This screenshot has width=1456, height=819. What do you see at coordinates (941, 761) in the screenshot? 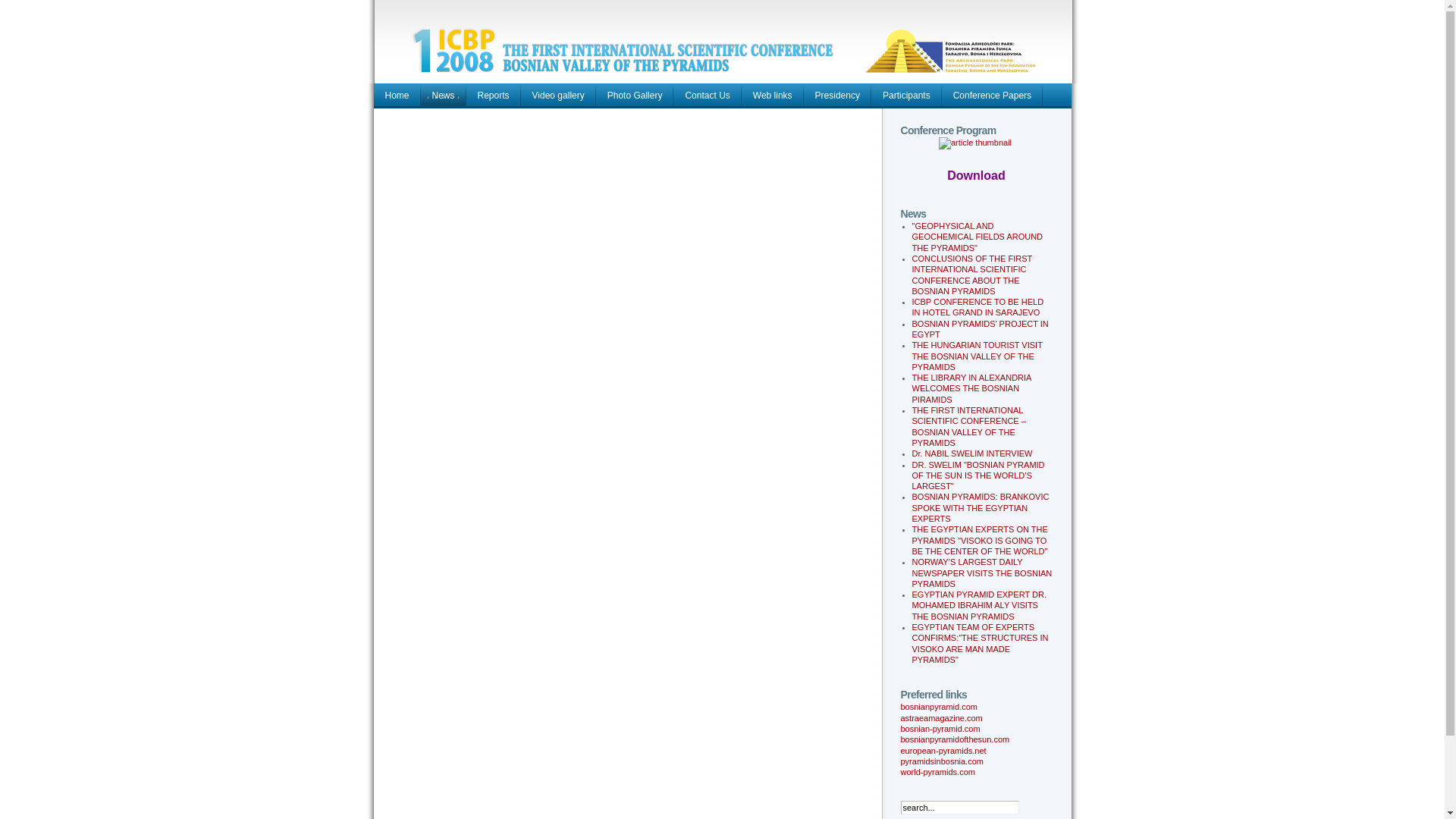
I see `'pyramidsinbosnia.com'` at bounding box center [941, 761].